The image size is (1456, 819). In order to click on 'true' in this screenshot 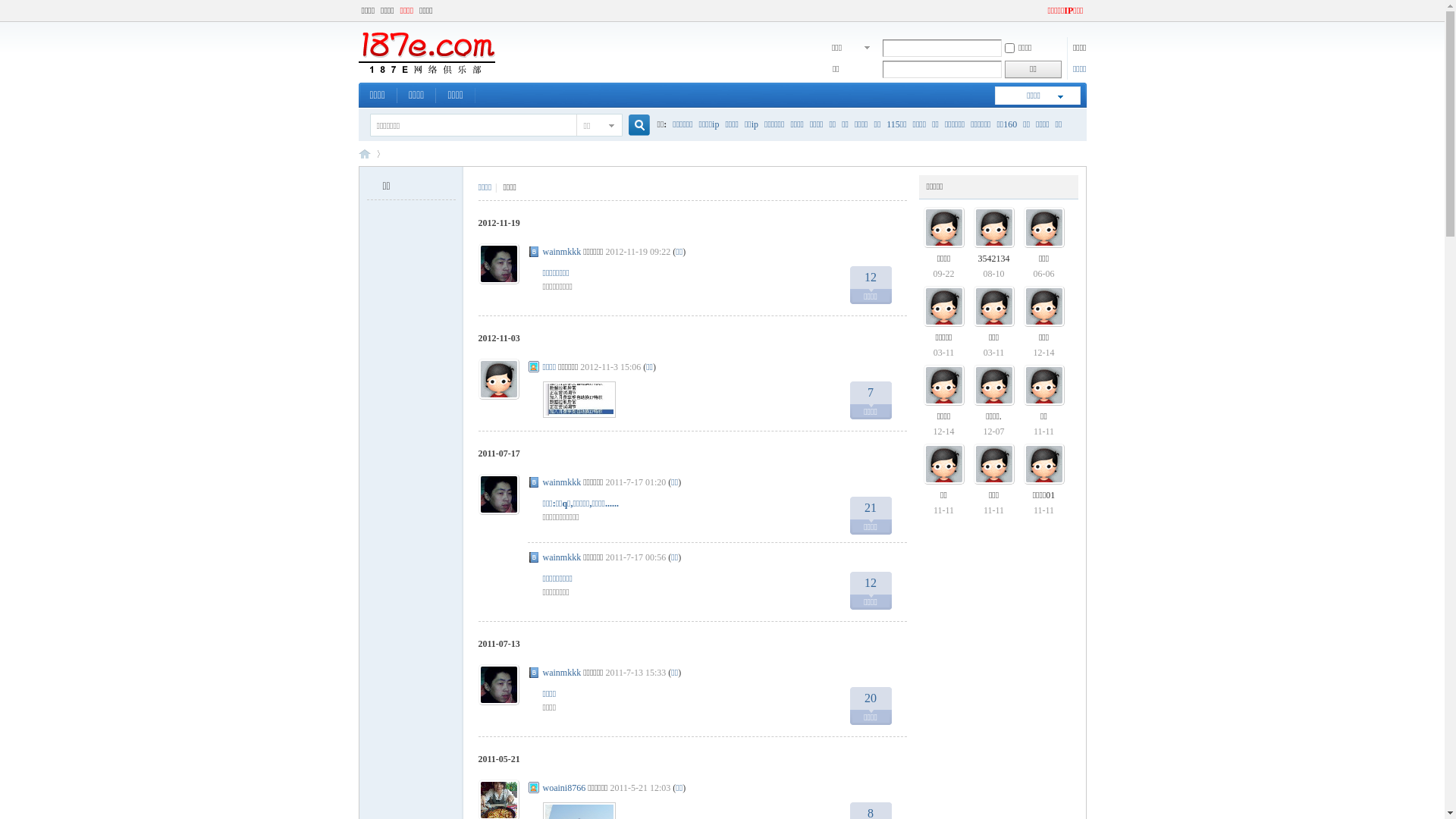, I will do `click(632, 124)`.